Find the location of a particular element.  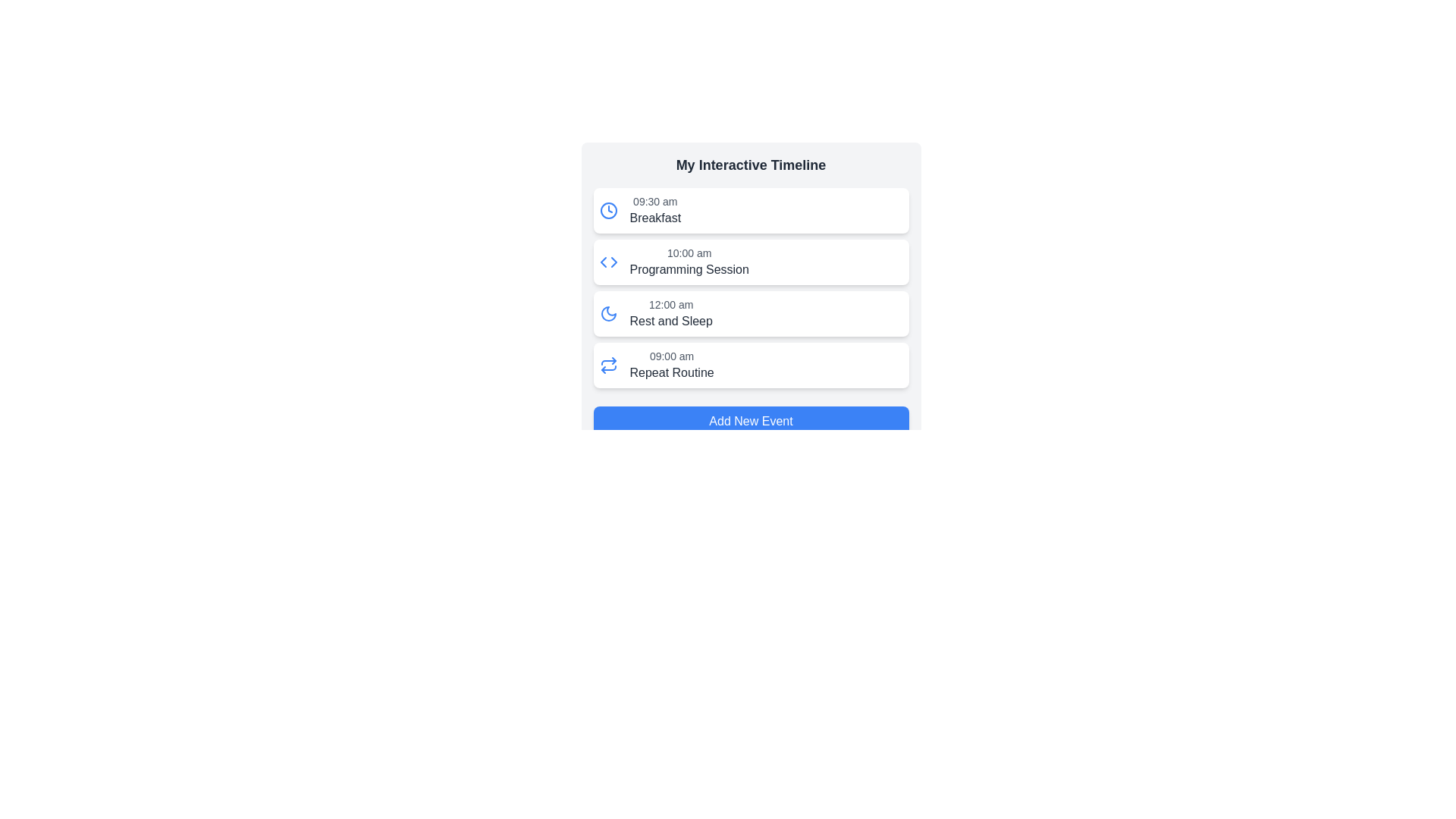

the Timeline Event Card displaying '12:00 am' and 'Rest and Sleep', which is the third card in the list, located between the '10:00 am Programming Session' and '09:00 am Repeat Routine' cards is located at coordinates (751, 312).